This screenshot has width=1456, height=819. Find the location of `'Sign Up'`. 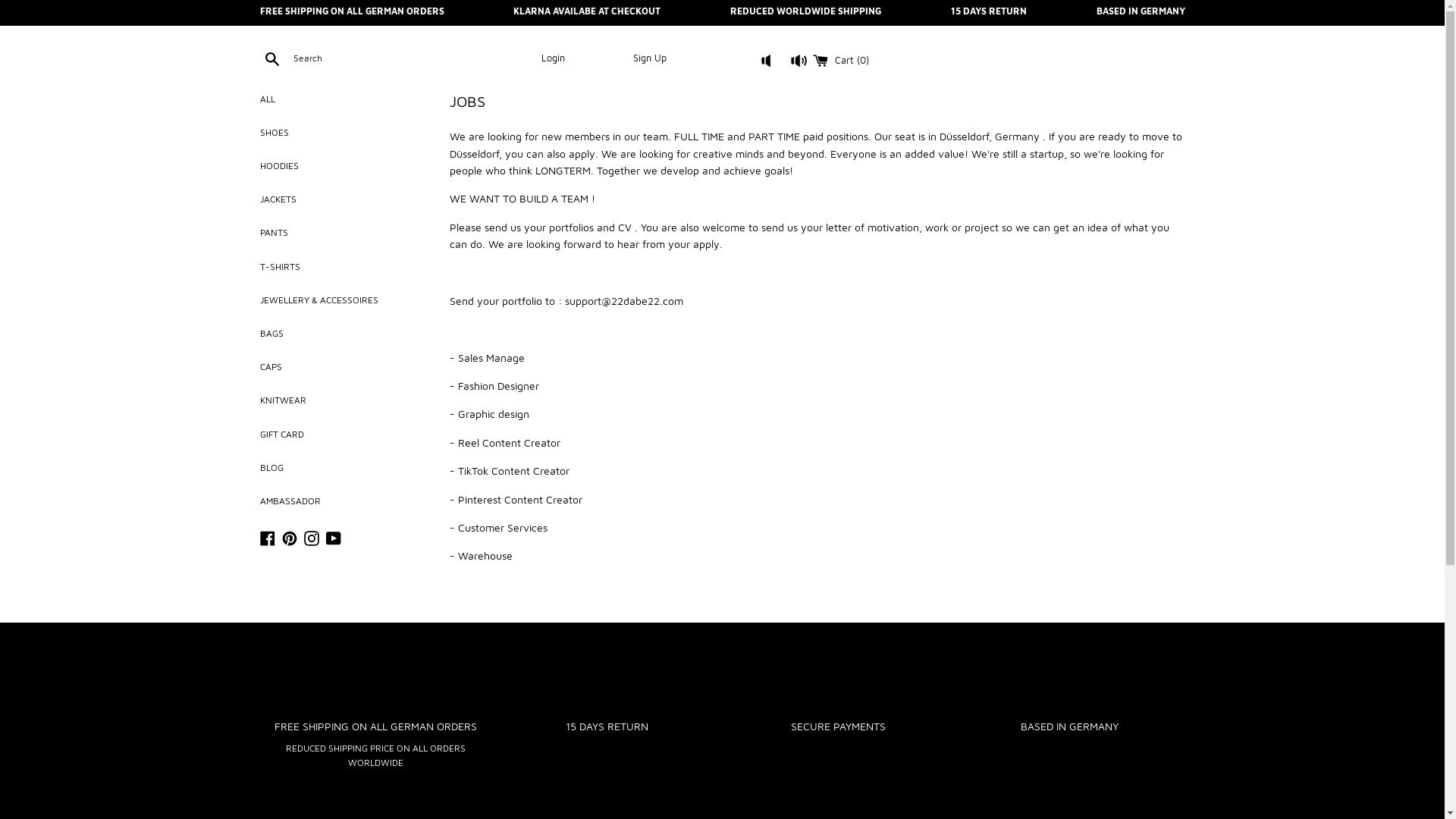

'Sign Up' is located at coordinates (650, 57).